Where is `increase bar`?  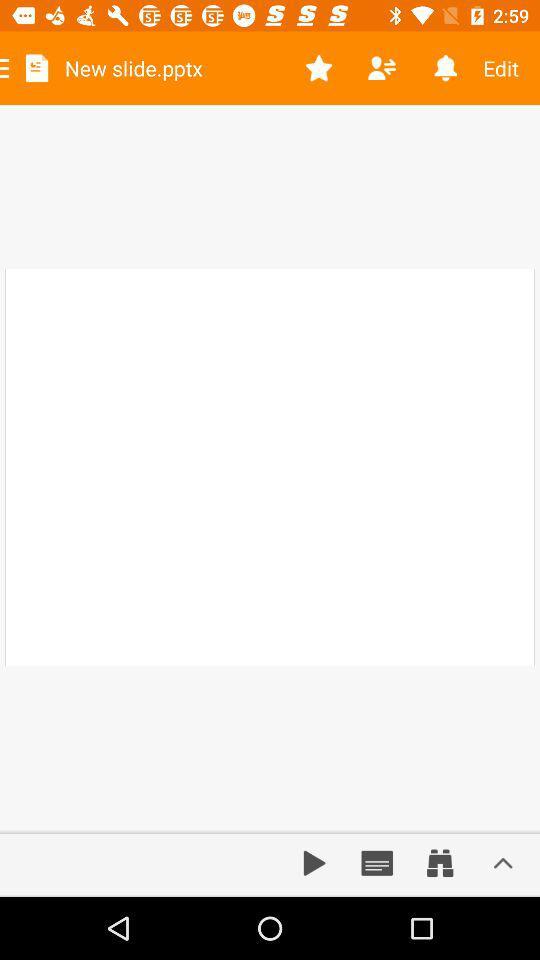
increase bar is located at coordinates (502, 862).